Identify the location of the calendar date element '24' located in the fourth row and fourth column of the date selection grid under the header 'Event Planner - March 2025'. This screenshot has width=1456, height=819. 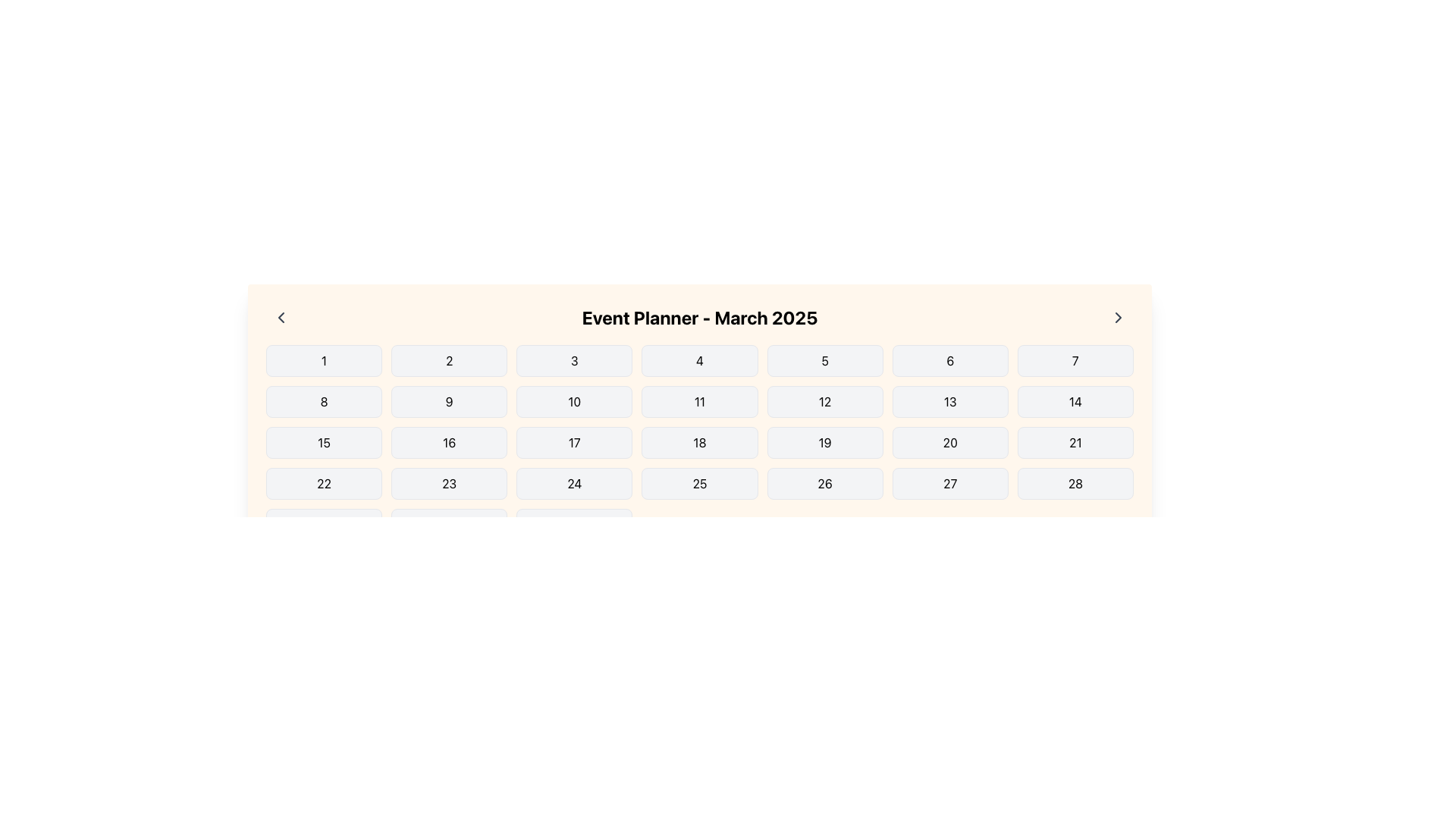
(573, 483).